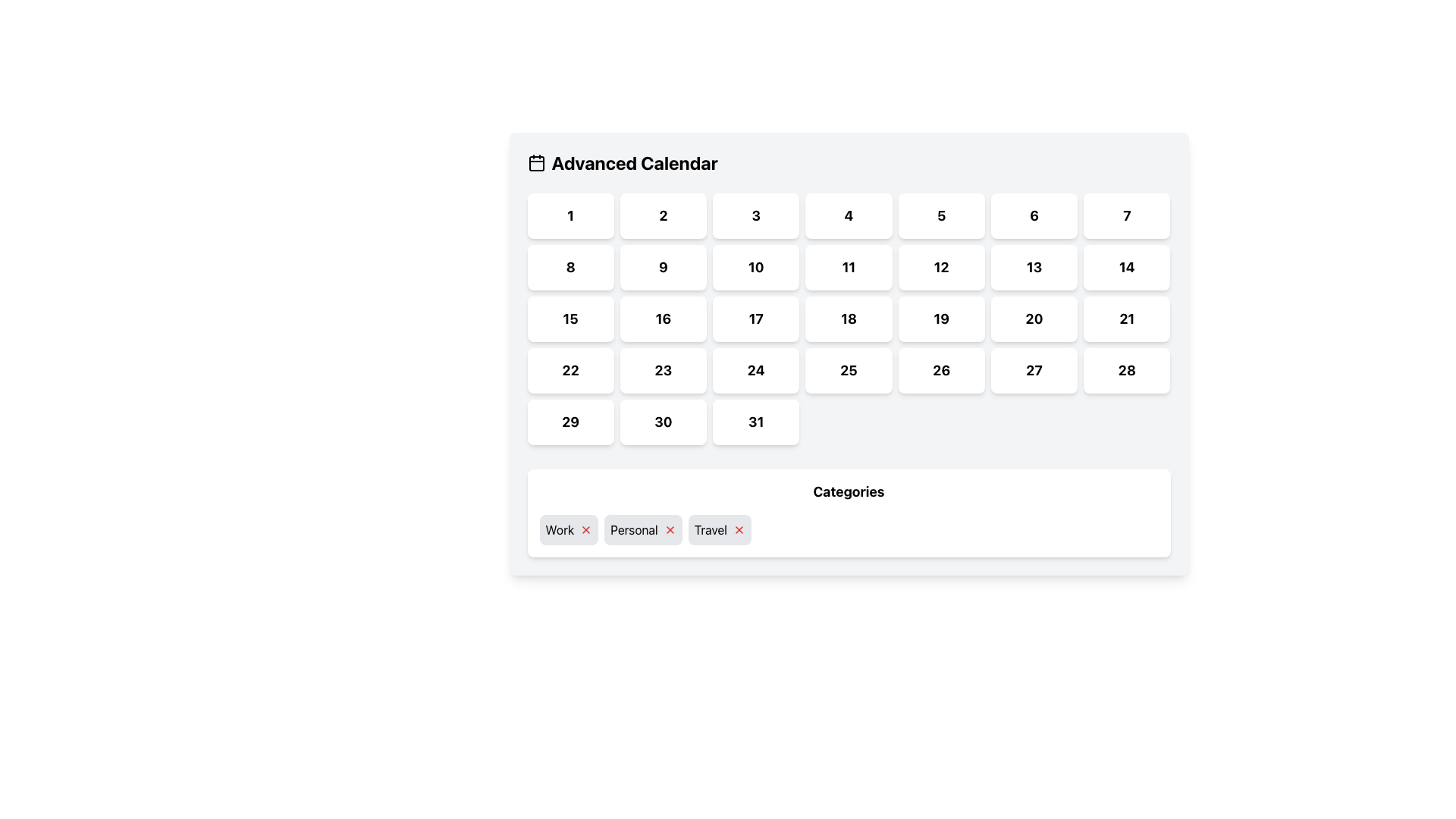 Image resolution: width=1456 pixels, height=819 pixels. I want to click on the calendar icon located to the left of the text 'Advanced Calendar' in the header section for visual context, so click(536, 163).